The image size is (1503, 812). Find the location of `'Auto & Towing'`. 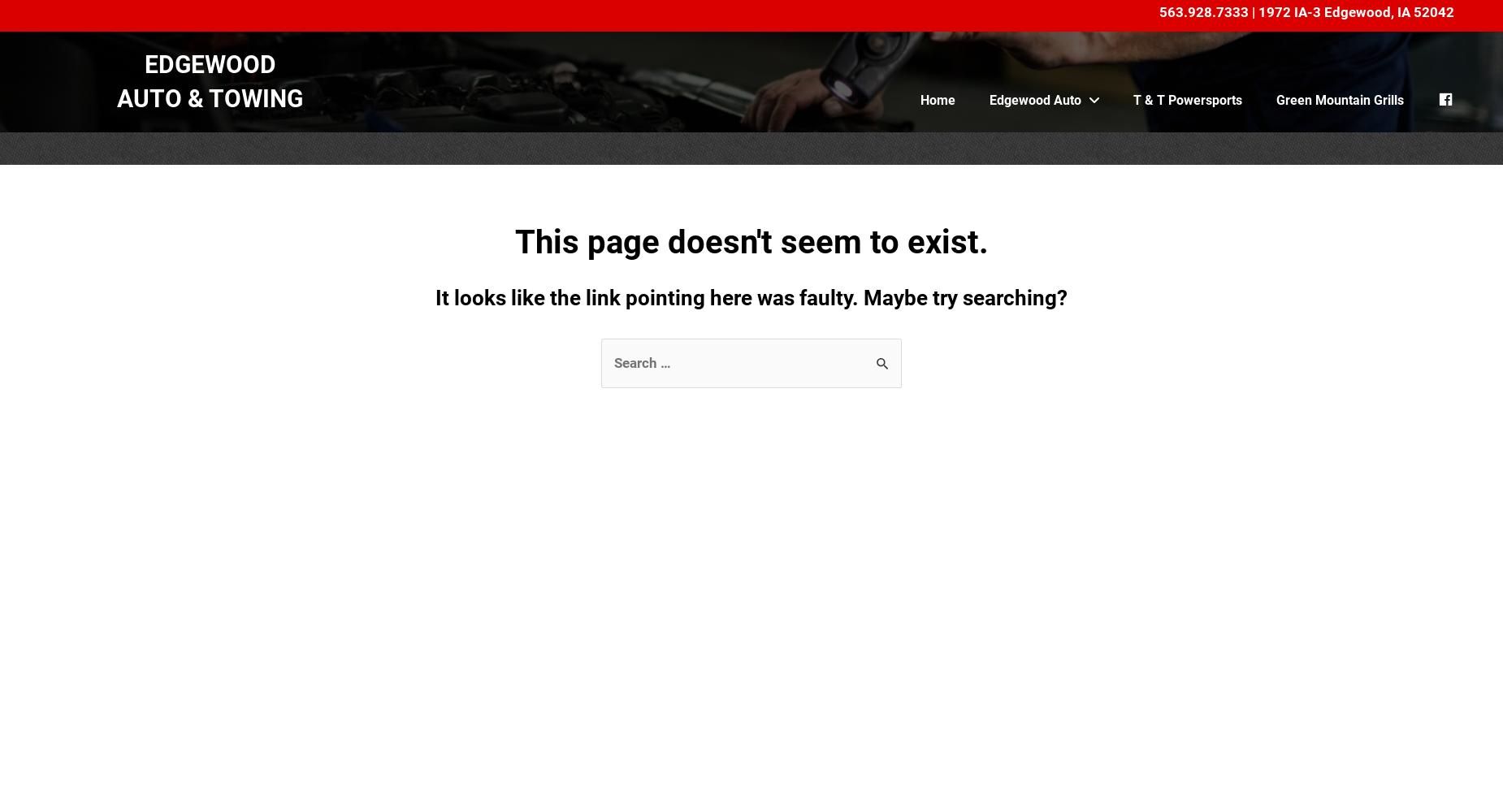

'Auto & Towing' is located at coordinates (209, 97).